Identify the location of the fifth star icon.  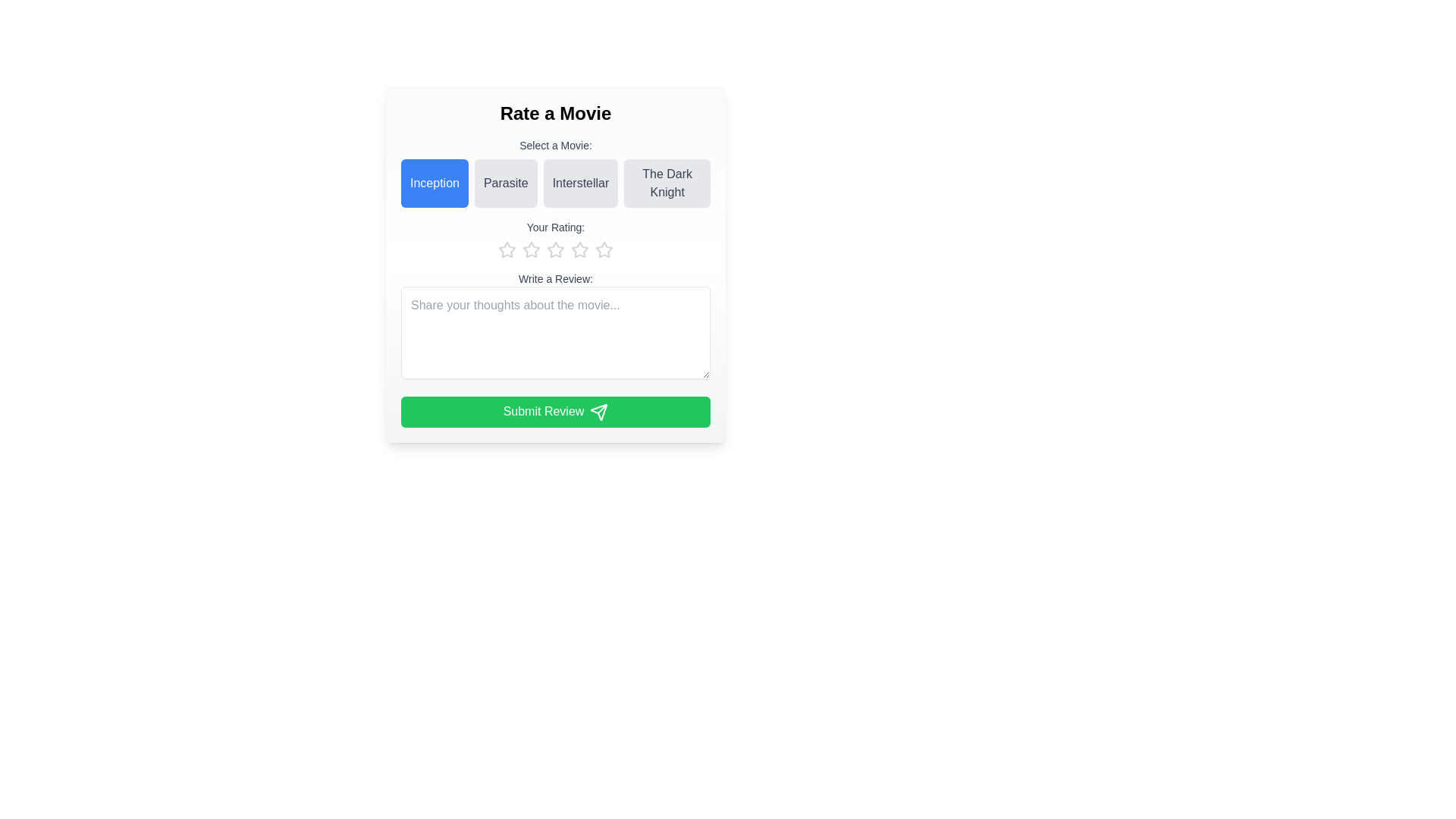
(603, 249).